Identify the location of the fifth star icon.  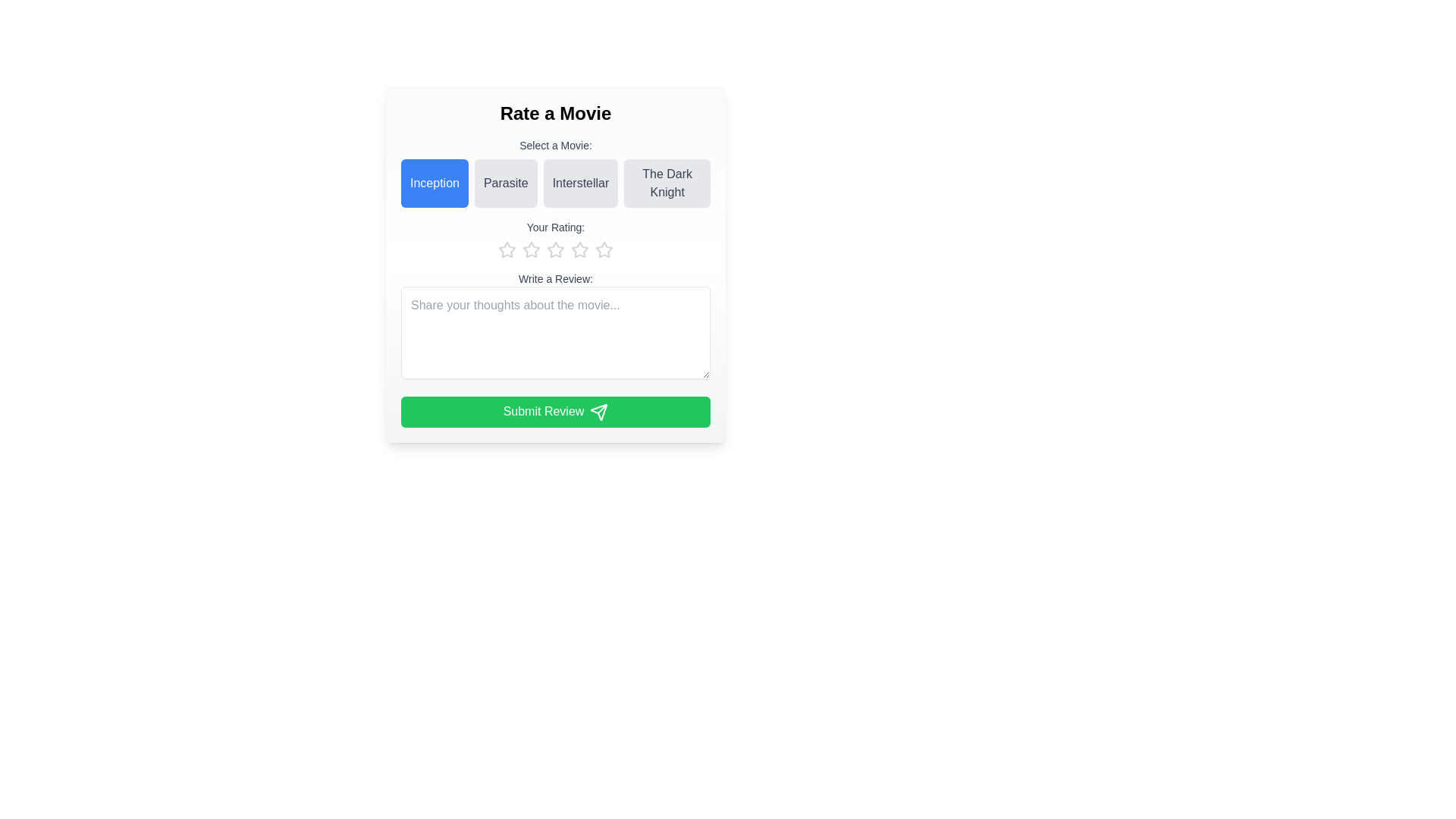
(603, 249).